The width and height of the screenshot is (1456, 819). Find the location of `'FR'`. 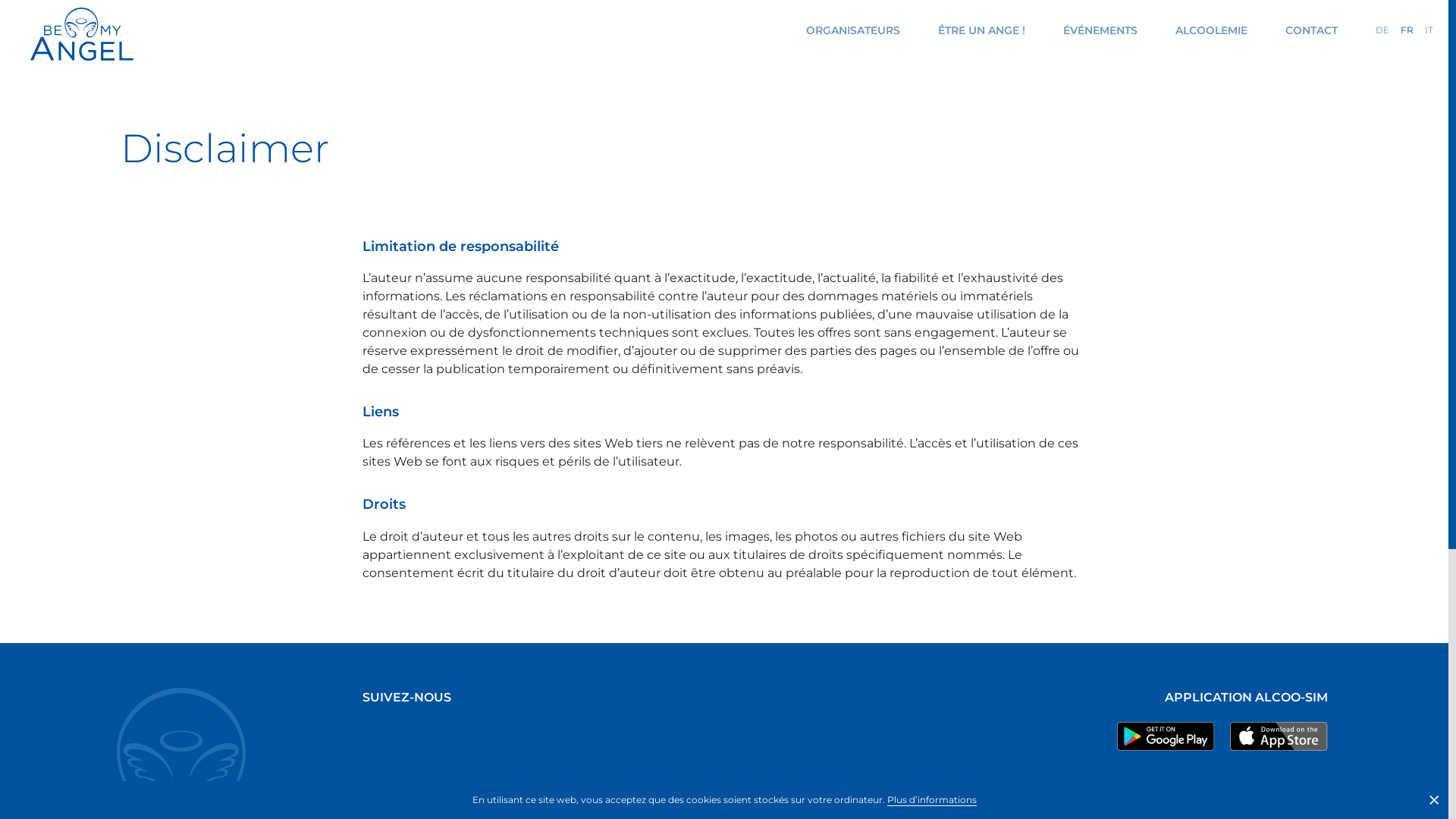

'FR' is located at coordinates (1400, 30).